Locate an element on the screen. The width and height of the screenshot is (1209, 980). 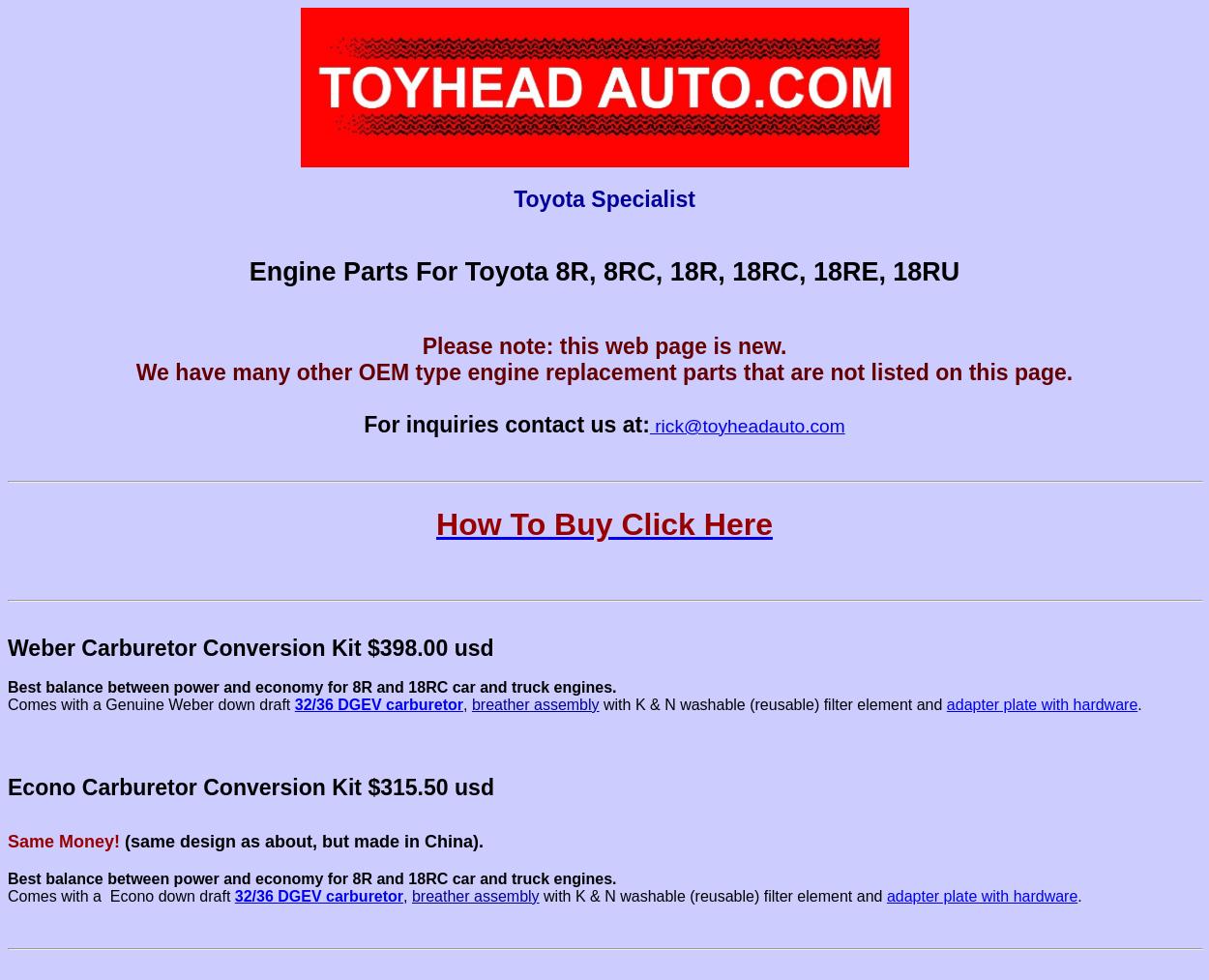
'Engine' is located at coordinates (249, 269).